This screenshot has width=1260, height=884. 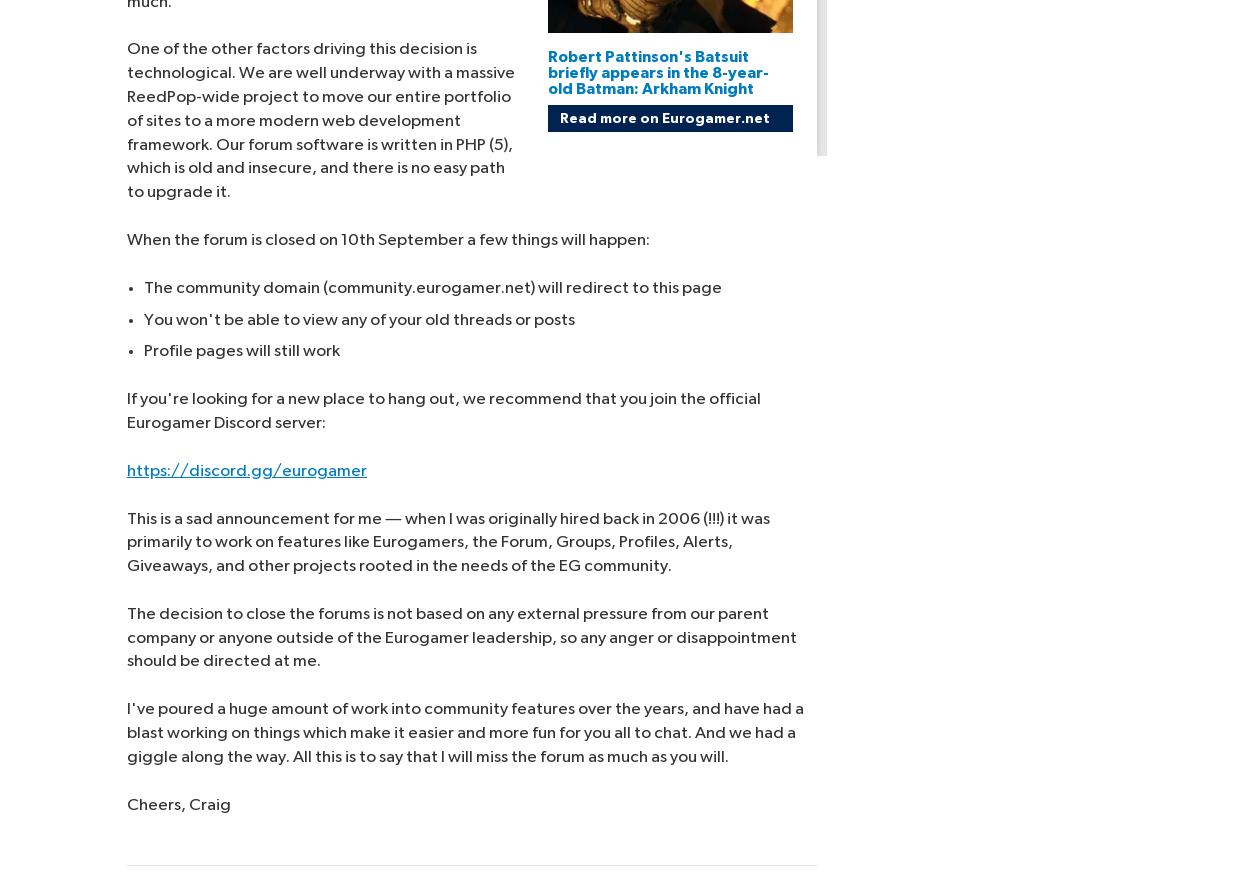 What do you see at coordinates (619, 126) in the screenshot?
I see `'Cookie Policy'` at bounding box center [619, 126].